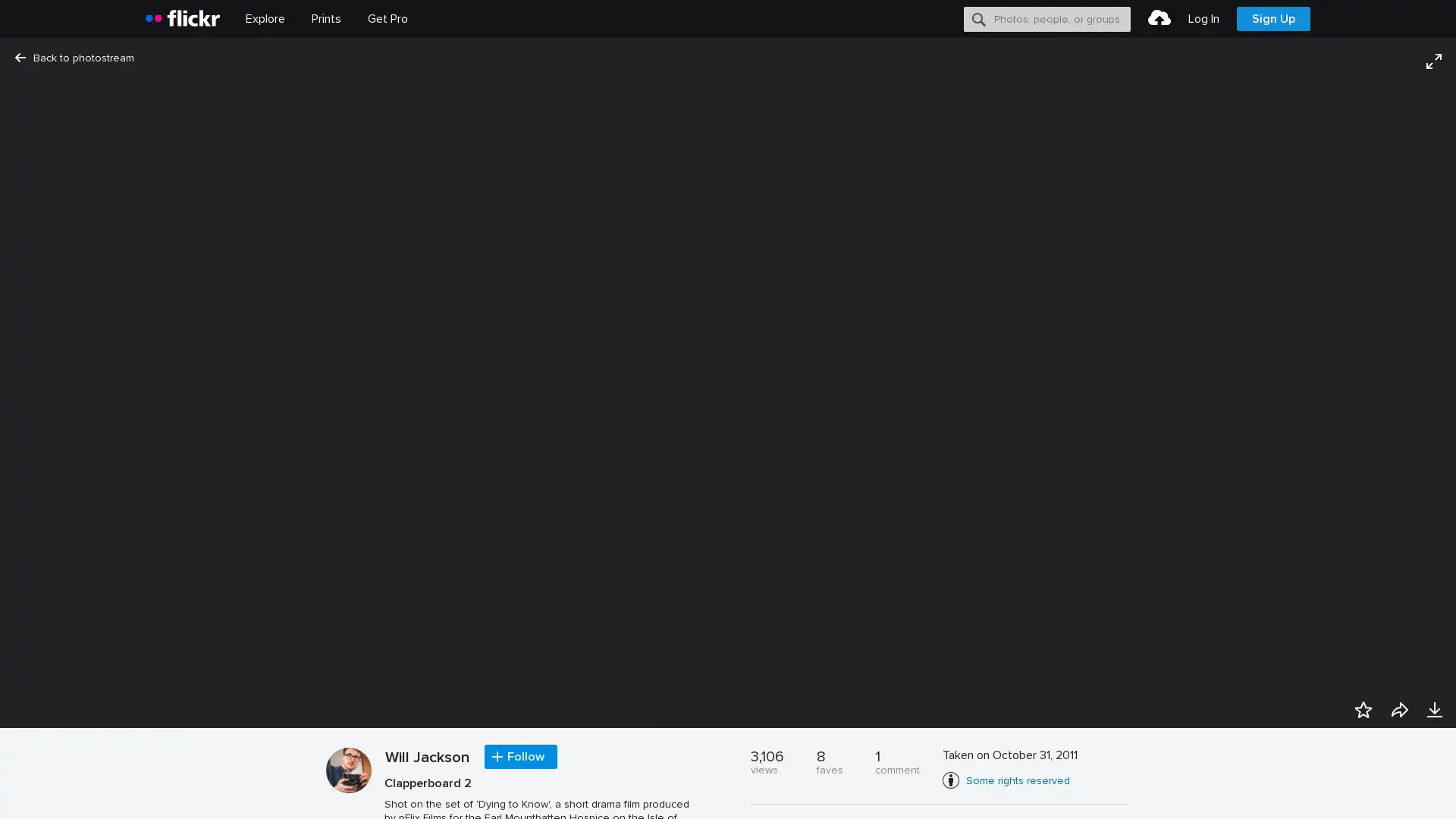 The height and width of the screenshot is (819, 1456). What do you see at coordinates (1156, 789) in the screenshot?
I see `Accept` at bounding box center [1156, 789].